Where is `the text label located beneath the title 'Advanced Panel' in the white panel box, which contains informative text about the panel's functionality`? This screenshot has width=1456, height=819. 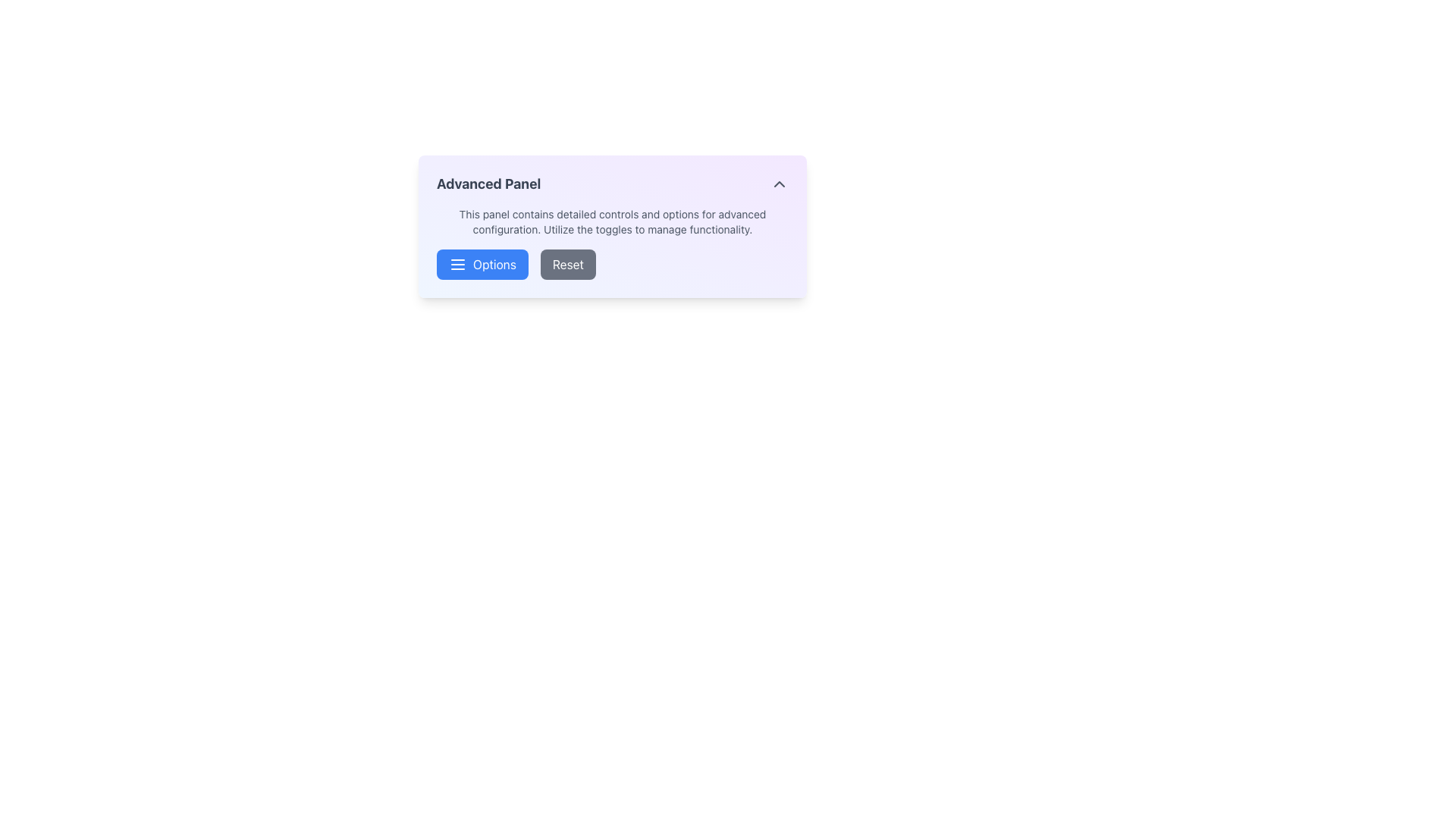 the text label located beneath the title 'Advanced Panel' in the white panel box, which contains informative text about the panel's functionality is located at coordinates (612, 222).